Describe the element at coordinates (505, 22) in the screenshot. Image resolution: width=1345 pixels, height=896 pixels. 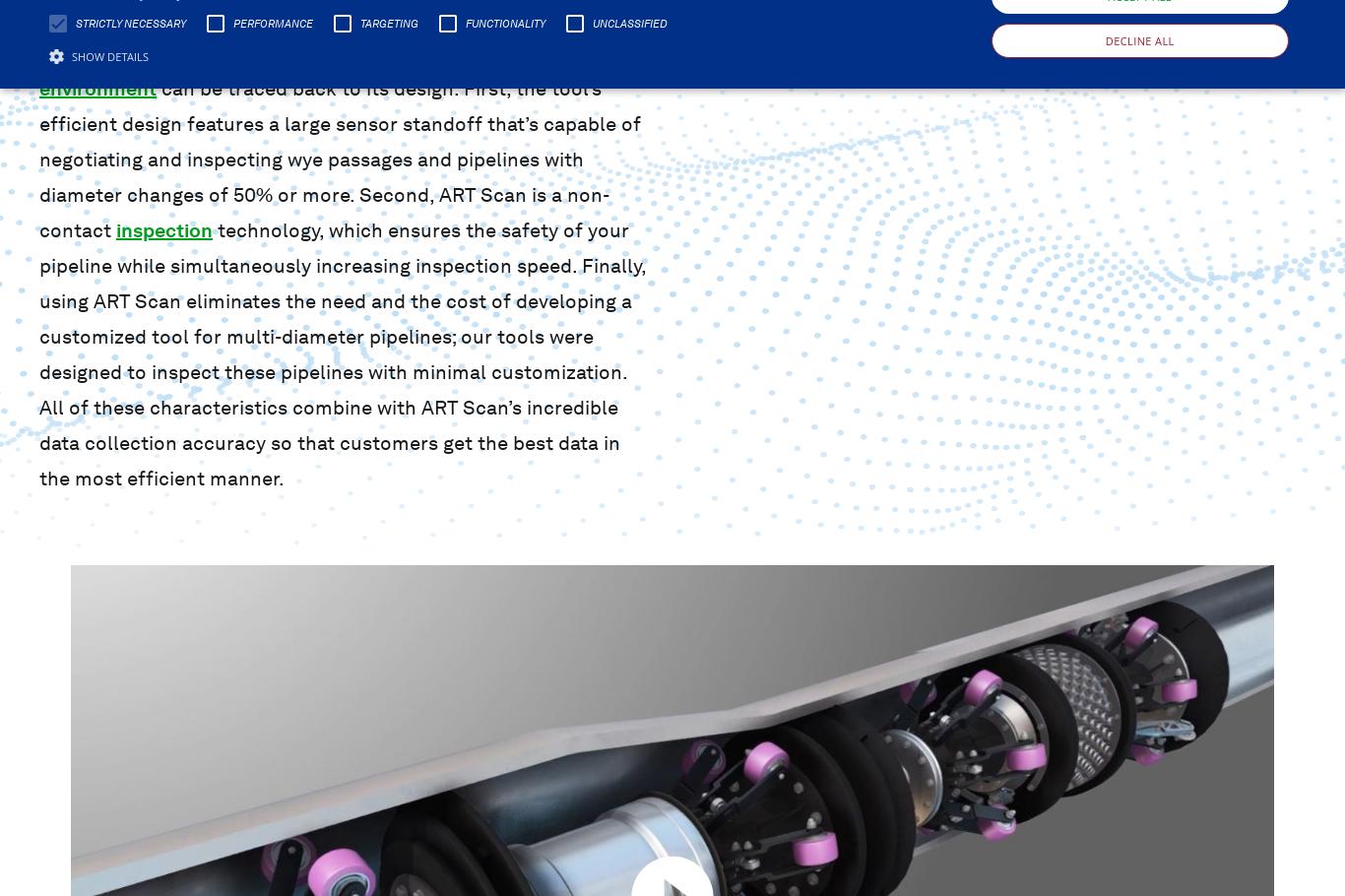
I see `'Functionality'` at that location.